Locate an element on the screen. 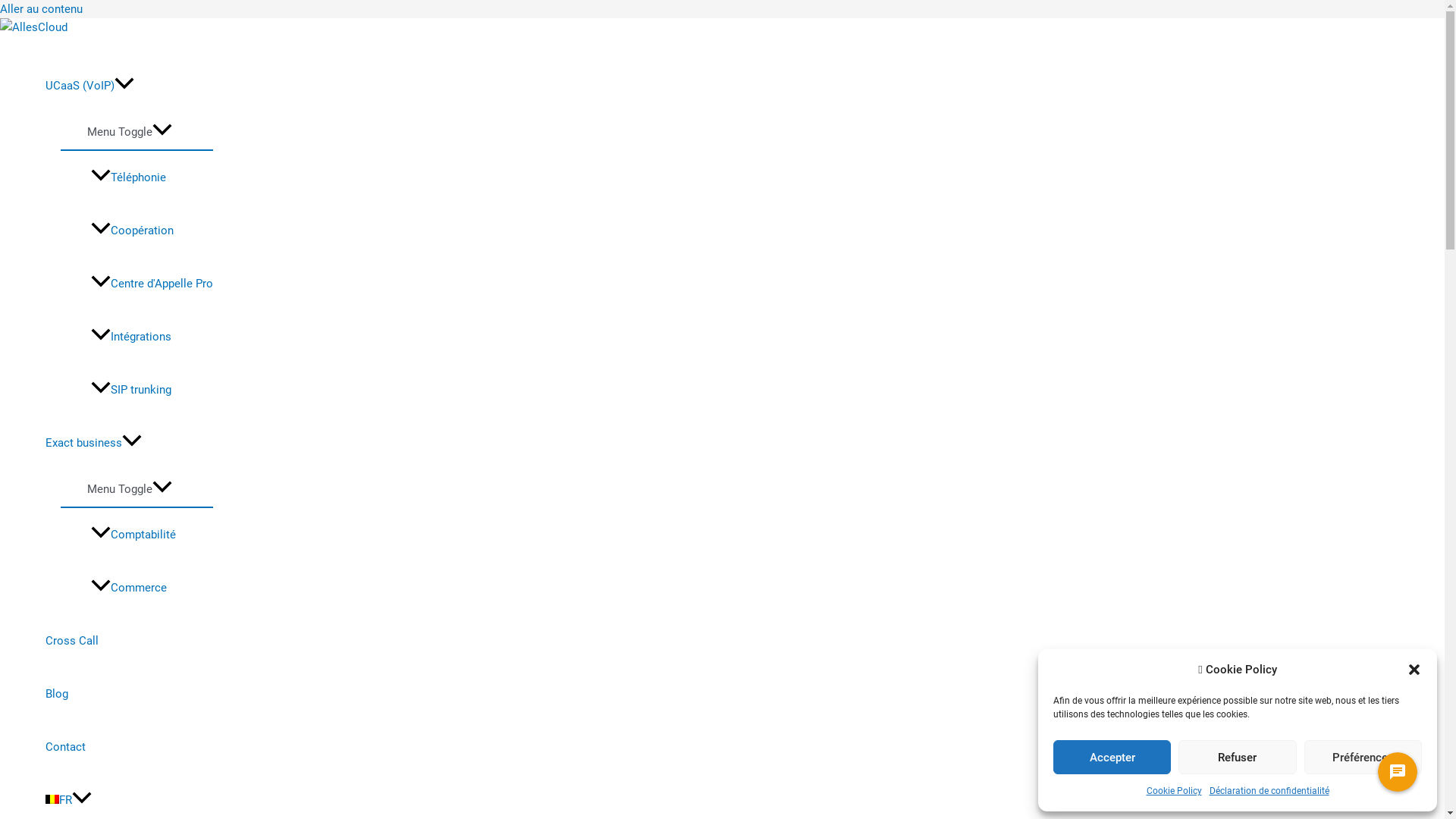 This screenshot has height=819, width=1456. 'Contact' is located at coordinates (129, 745).